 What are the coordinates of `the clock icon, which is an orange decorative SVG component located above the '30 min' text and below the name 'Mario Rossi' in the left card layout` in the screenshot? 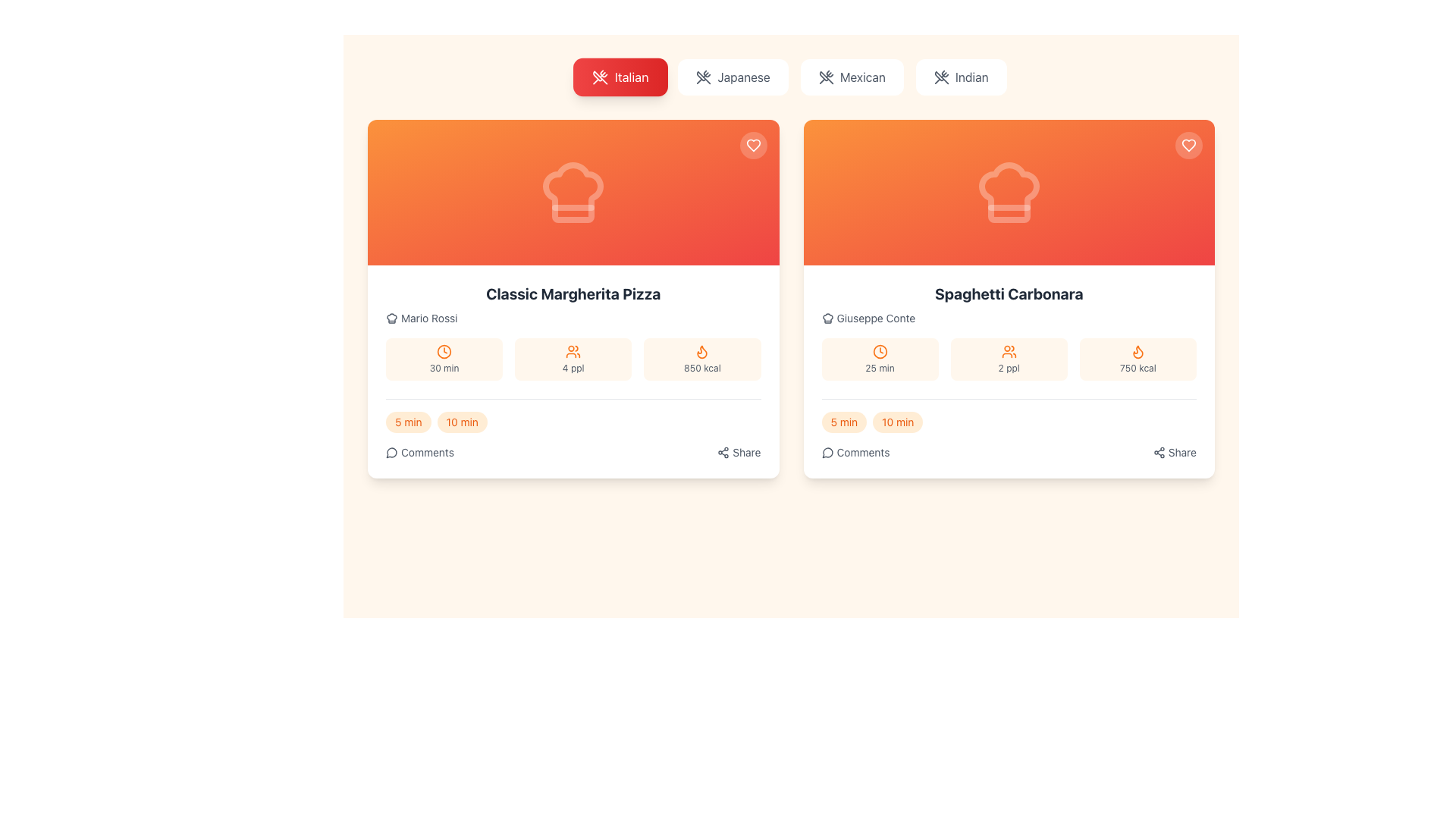 It's located at (444, 351).